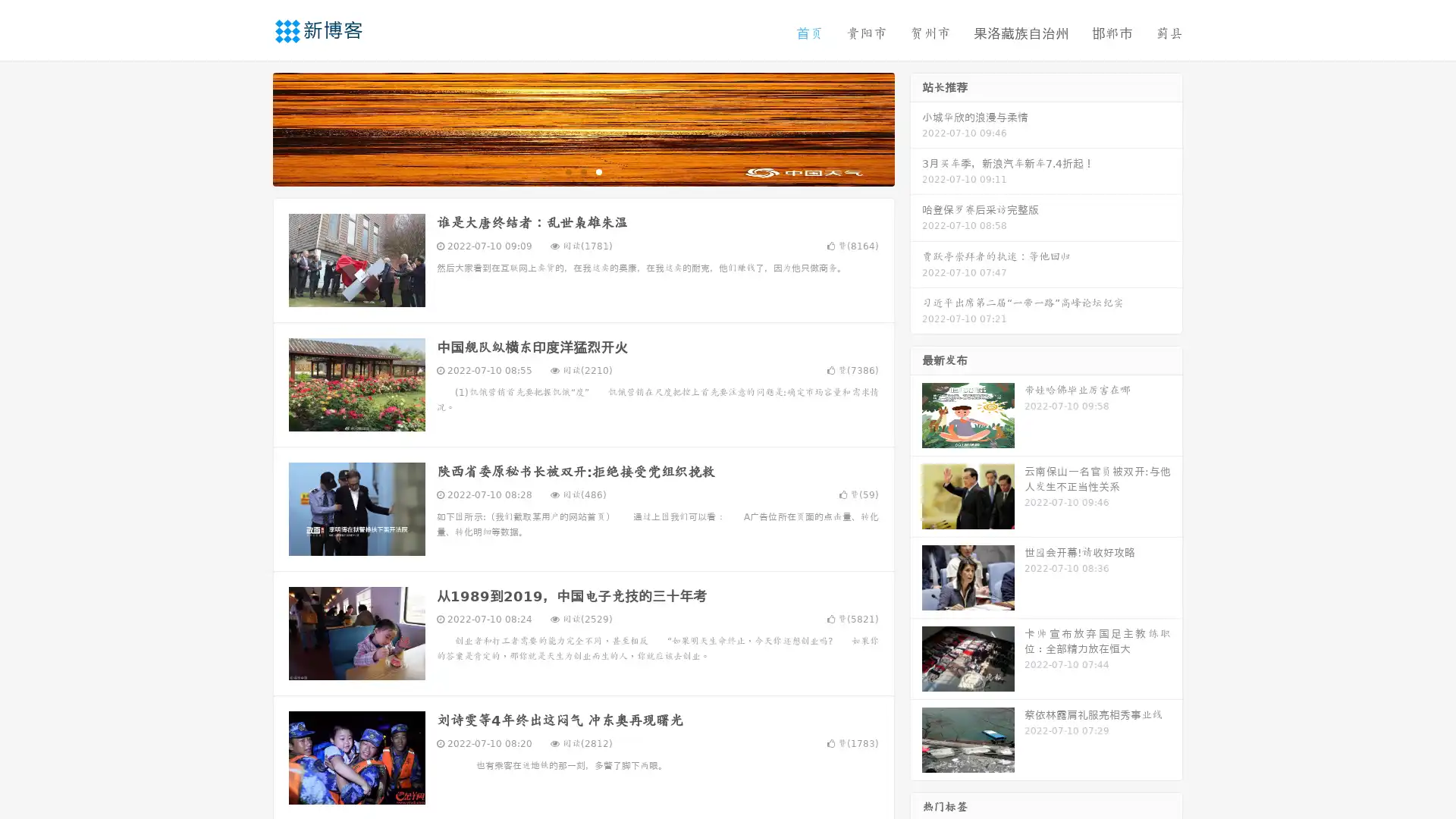 The width and height of the screenshot is (1456, 819). Describe the element at coordinates (916, 127) in the screenshot. I see `Next slide` at that location.